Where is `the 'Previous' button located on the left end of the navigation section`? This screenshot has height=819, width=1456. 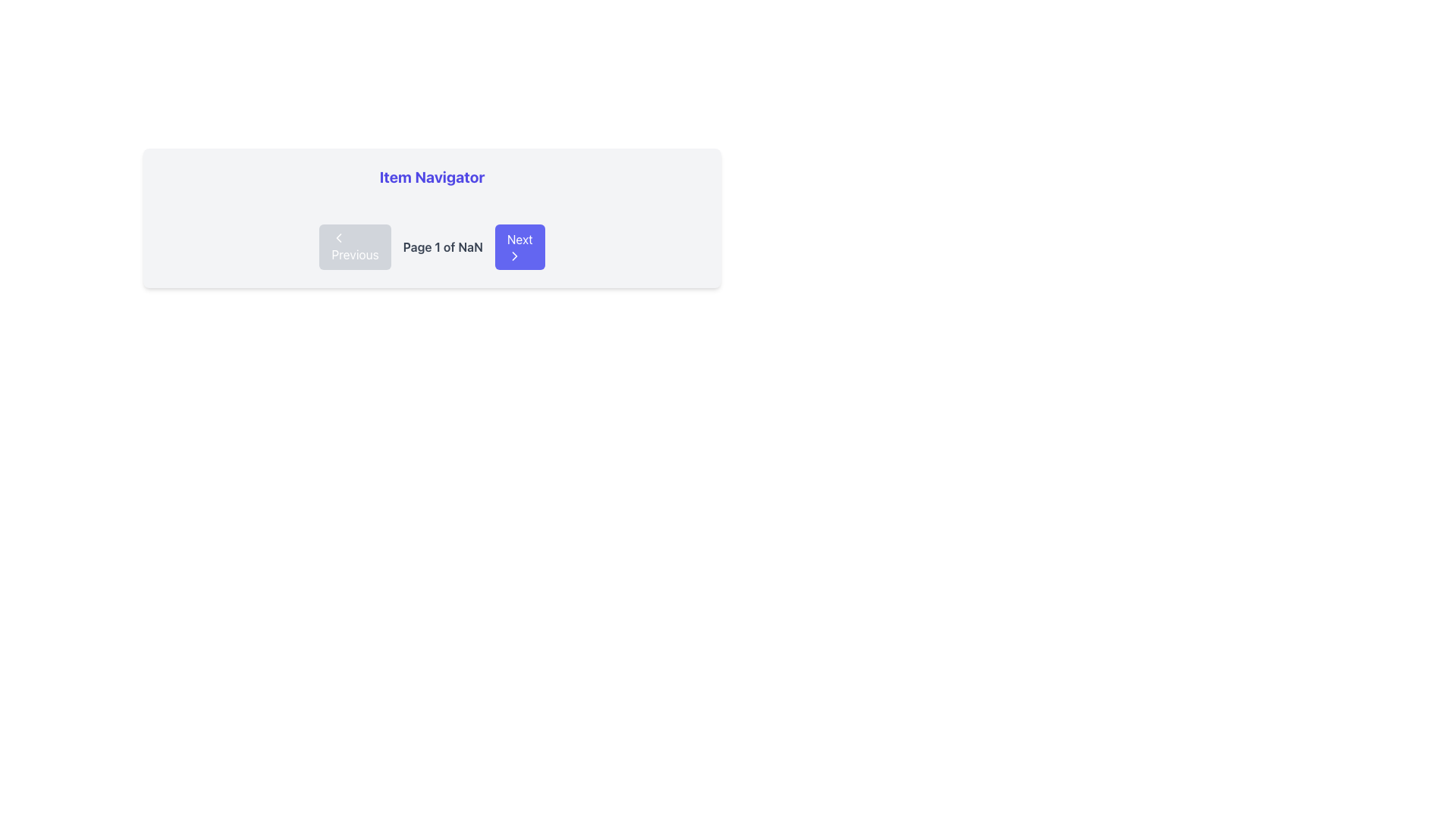 the 'Previous' button located on the left end of the navigation section is located at coordinates (338, 237).